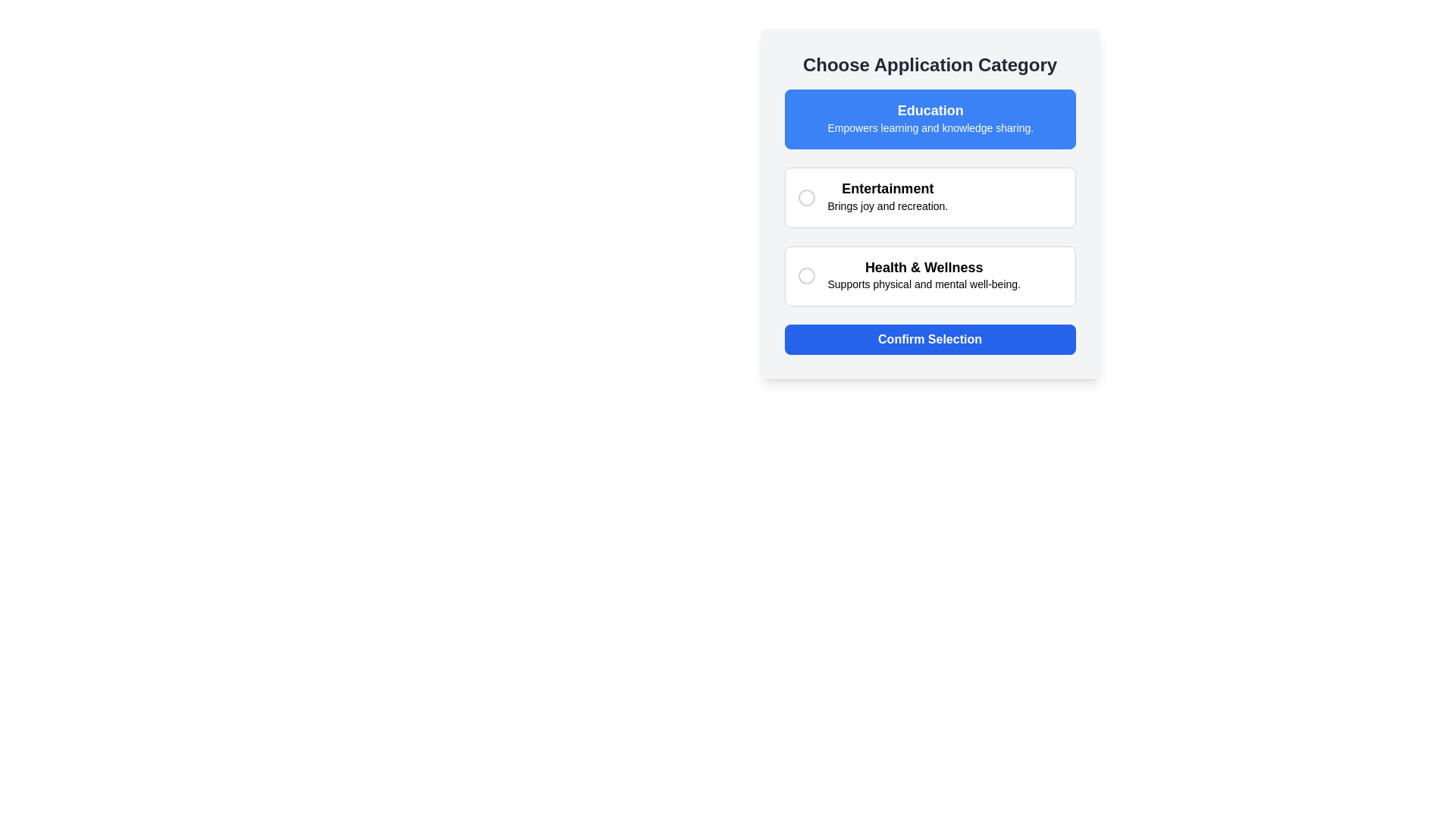 Image resolution: width=1456 pixels, height=819 pixels. I want to click on the title label of the selectable option card labeled 'Health & Wellness', which is located in the middle section beneath a radio button and above the supplementary text, so click(923, 266).